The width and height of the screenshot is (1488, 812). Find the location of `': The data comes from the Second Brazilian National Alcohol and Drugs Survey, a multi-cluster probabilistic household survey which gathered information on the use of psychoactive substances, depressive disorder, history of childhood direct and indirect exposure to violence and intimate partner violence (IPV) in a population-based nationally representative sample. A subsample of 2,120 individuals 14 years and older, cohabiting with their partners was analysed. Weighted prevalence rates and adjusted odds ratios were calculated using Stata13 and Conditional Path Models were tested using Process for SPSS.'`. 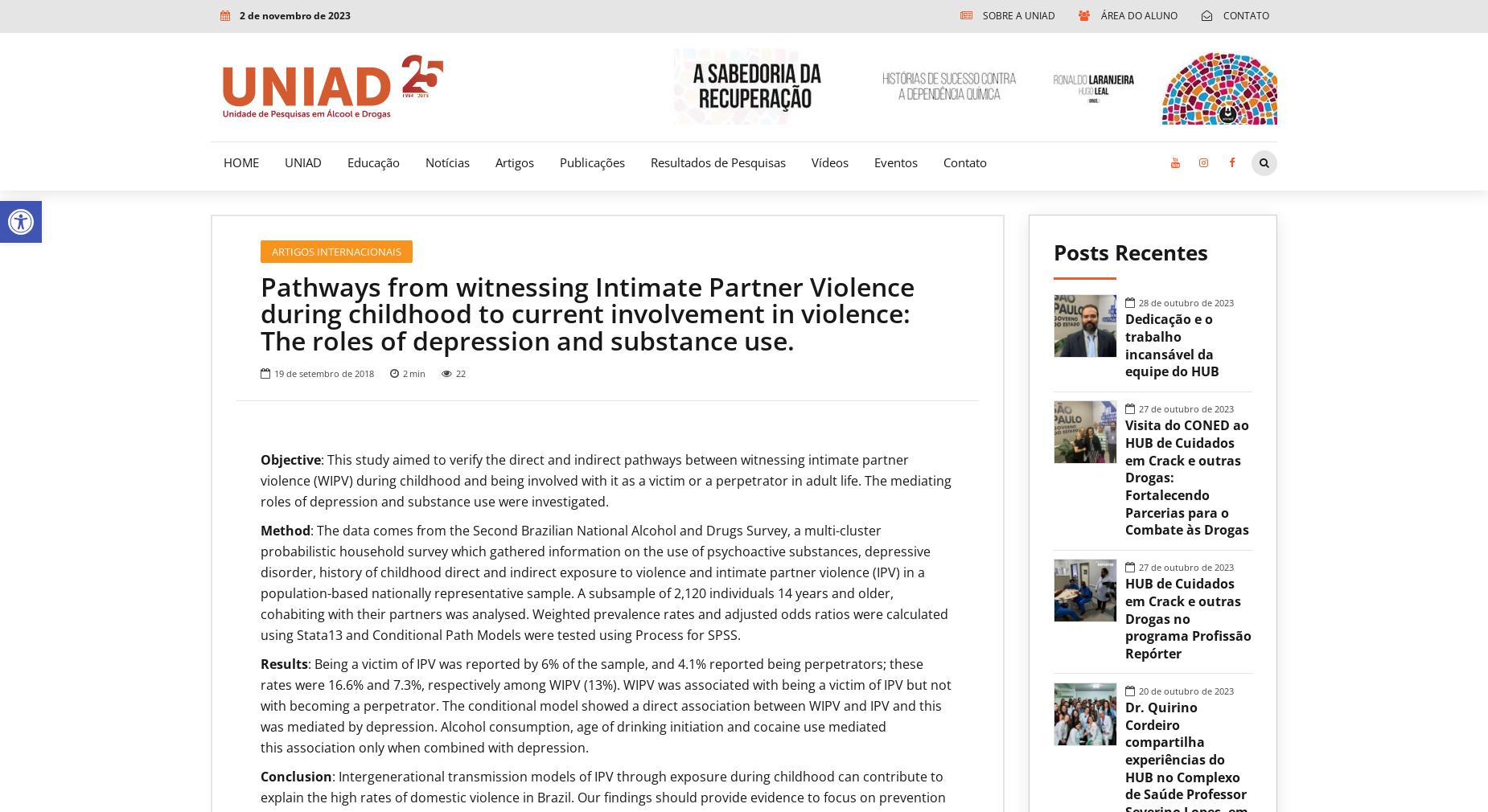

': The data comes from the Second Brazilian National Alcohol and Drugs Survey, a multi-cluster probabilistic household survey which gathered information on the use of psychoactive substances, depressive disorder, history of childhood direct and indirect exposure to violence and intimate partner violence (IPV) in a population-based nationally representative sample. A subsample of 2,120 individuals 14 years and older, cohabiting with their partners was analysed. Weighted prevalence rates and adjusted odds ratios were calculated using Stata13 and Conditional Path Models were tested using Process for SPSS.' is located at coordinates (604, 581).